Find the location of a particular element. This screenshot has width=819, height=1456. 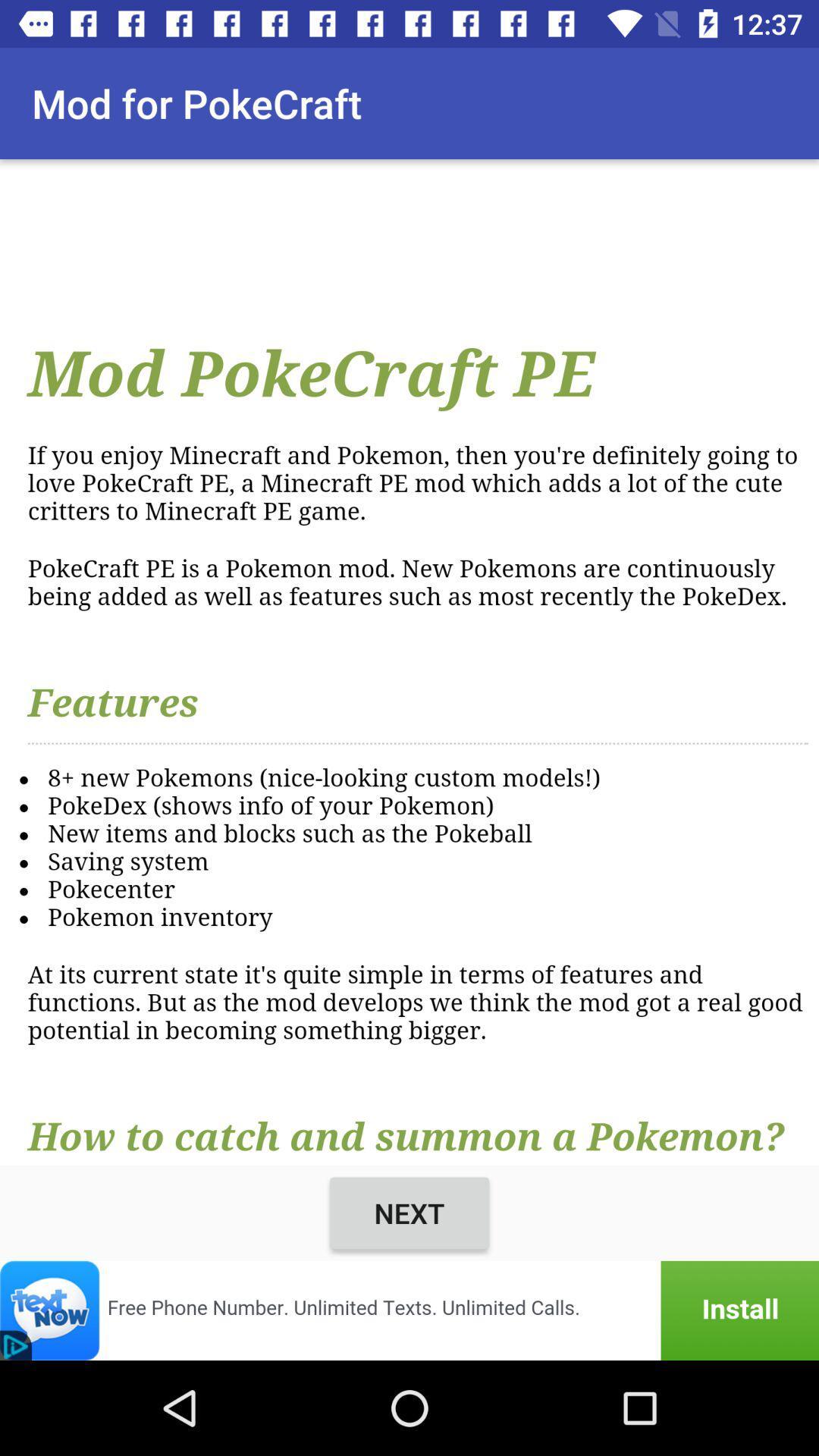

advertisement is located at coordinates (409, 1310).